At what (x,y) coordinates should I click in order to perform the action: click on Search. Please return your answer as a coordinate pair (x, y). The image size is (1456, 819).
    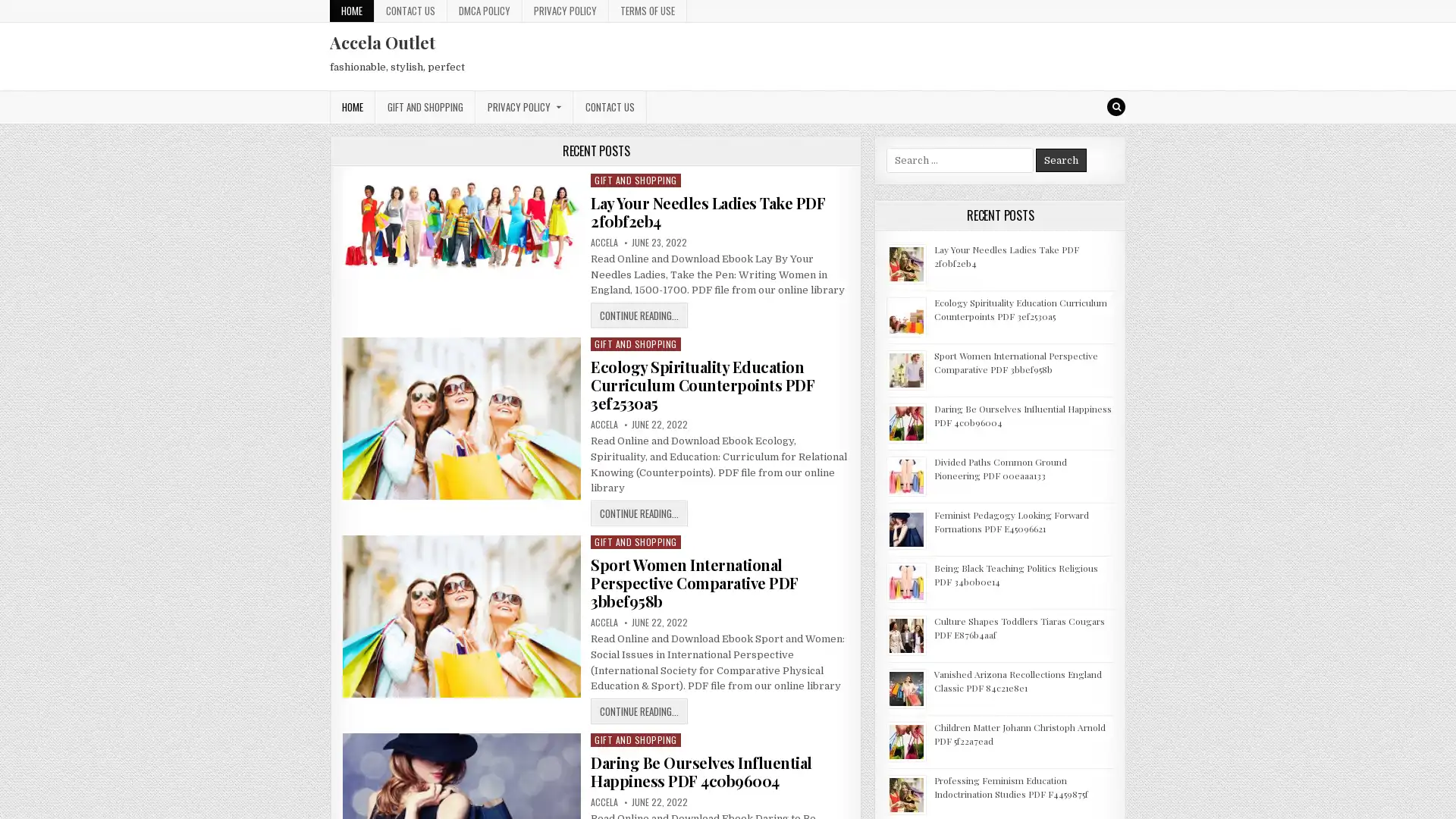
    Looking at the image, I should click on (1060, 160).